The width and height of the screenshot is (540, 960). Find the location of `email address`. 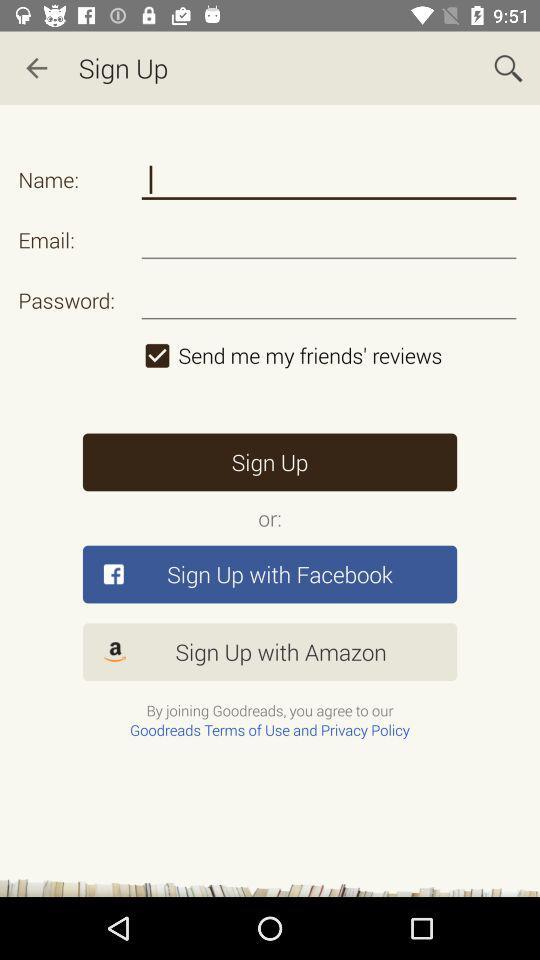

email address is located at coordinates (329, 240).